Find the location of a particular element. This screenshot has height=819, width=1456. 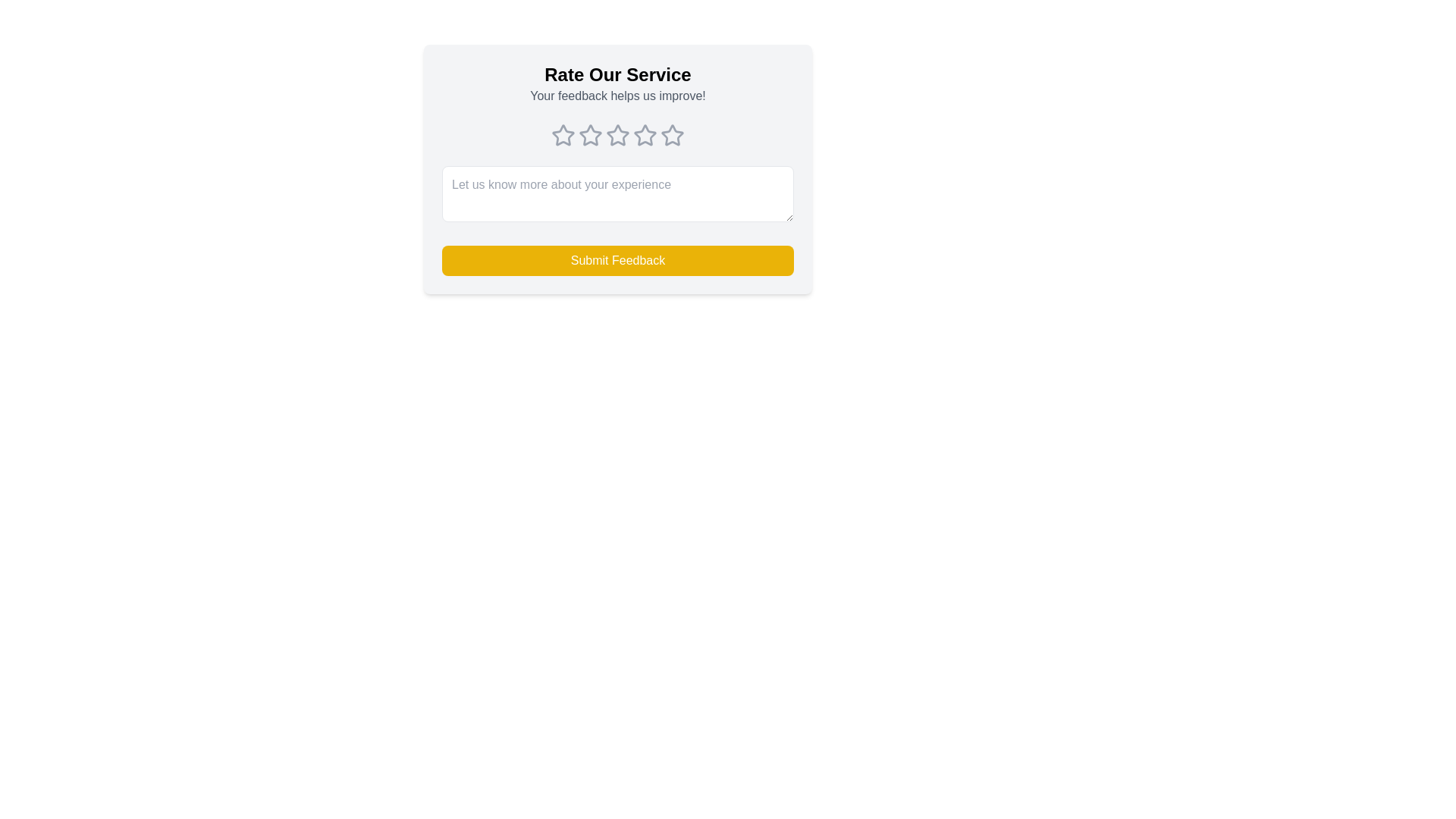

the text input field that accepts user feedback, which is centrally located below the star rating icons and above the 'Submit Feedback' button is located at coordinates (618, 193).